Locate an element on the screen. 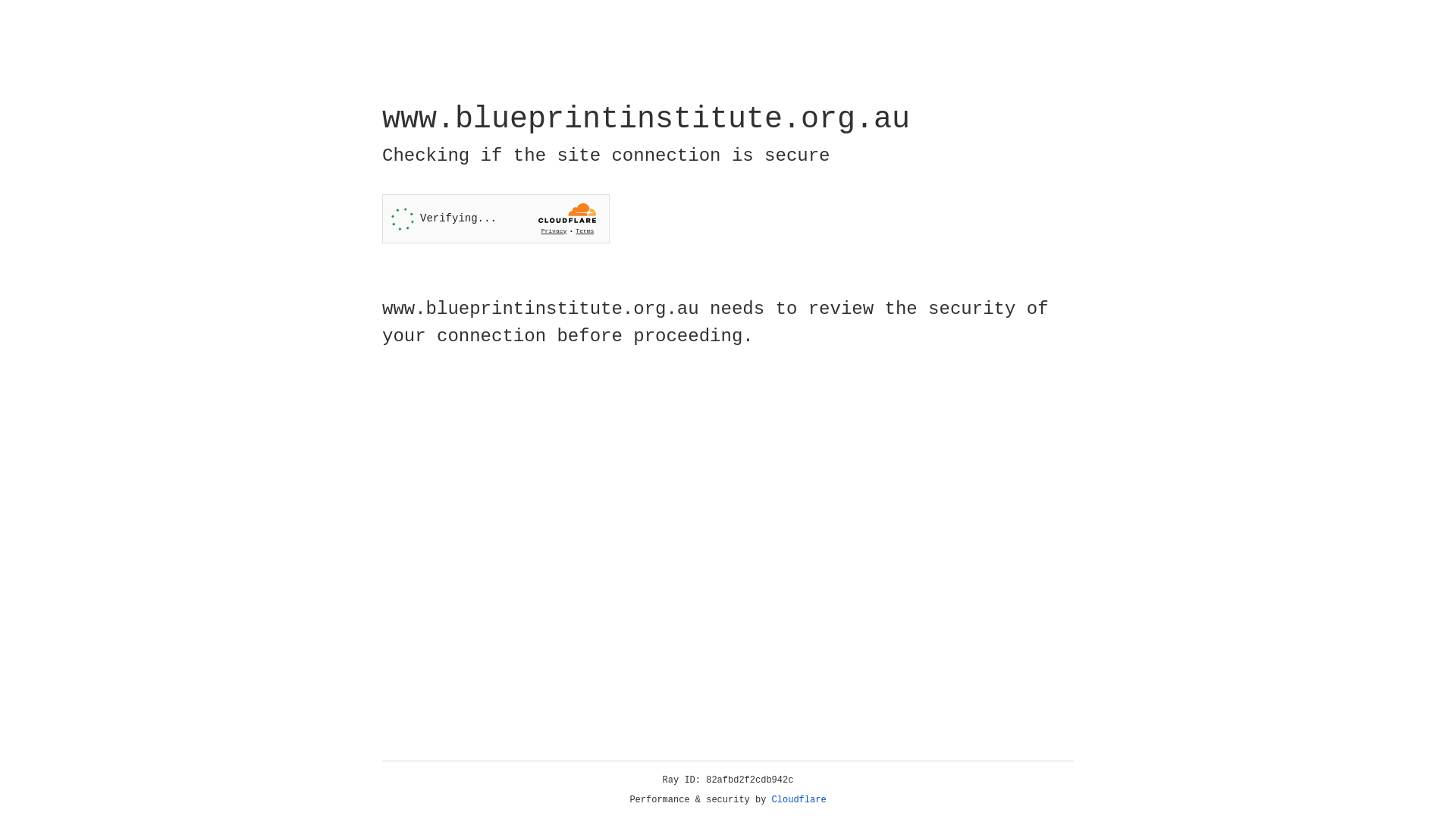 The image size is (1456, 819). 'Widget containing a Cloudflare security challenge' is located at coordinates (495, 218).